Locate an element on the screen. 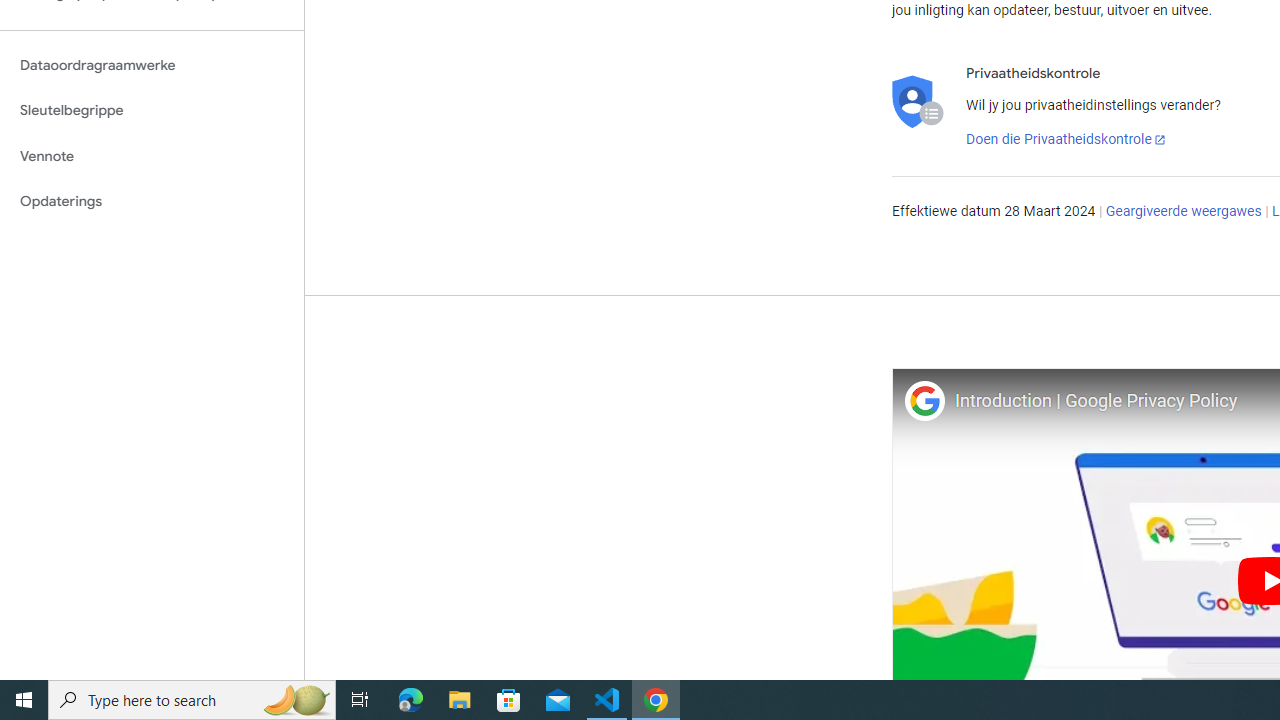 This screenshot has width=1280, height=720. 'Sleutelbegrippe' is located at coordinates (151, 110).